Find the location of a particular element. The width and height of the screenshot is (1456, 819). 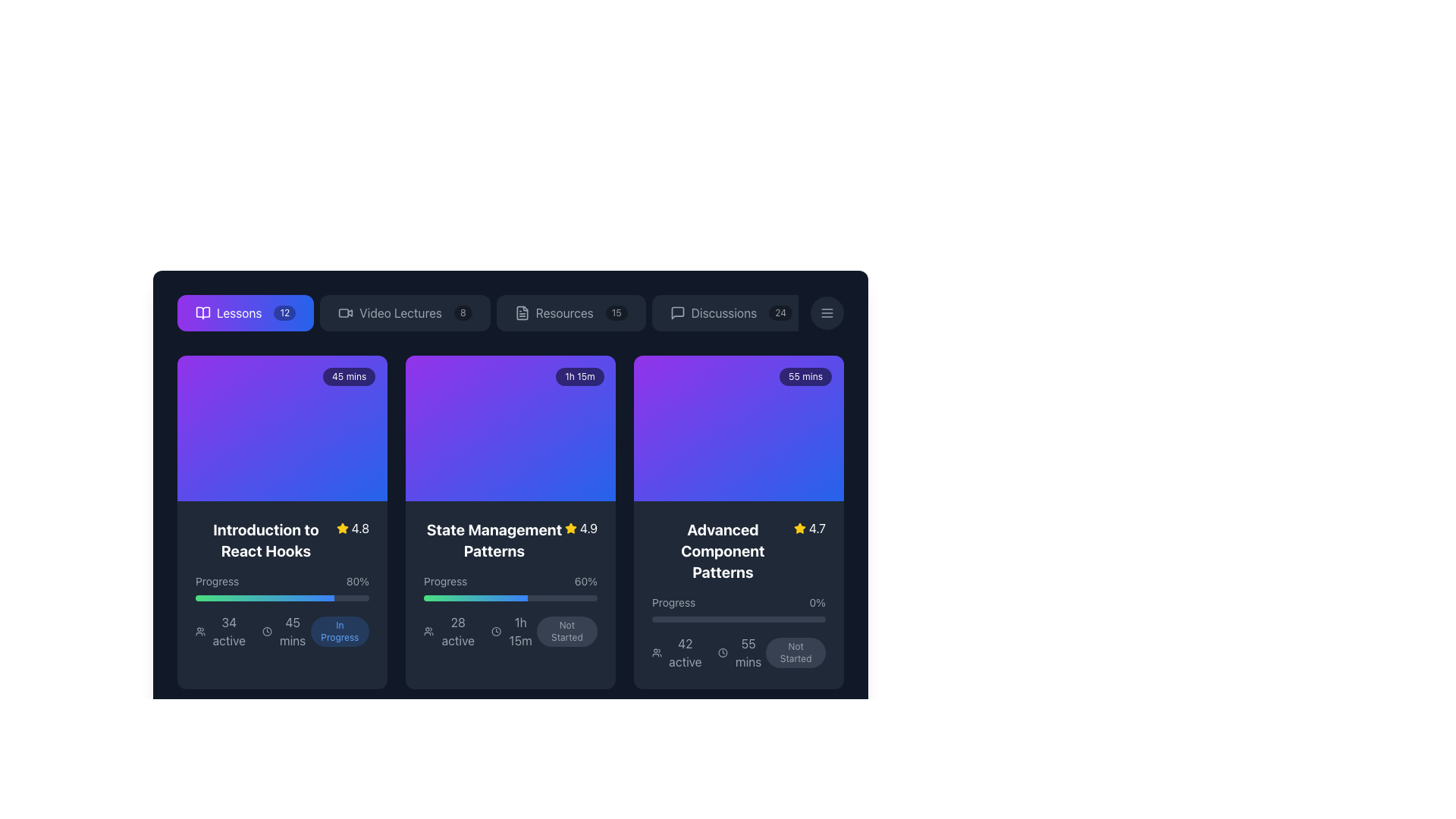

the star icon located at the bottom-right corner of the third card labeled 'Advanced Component Patterns' is located at coordinates (799, 528).